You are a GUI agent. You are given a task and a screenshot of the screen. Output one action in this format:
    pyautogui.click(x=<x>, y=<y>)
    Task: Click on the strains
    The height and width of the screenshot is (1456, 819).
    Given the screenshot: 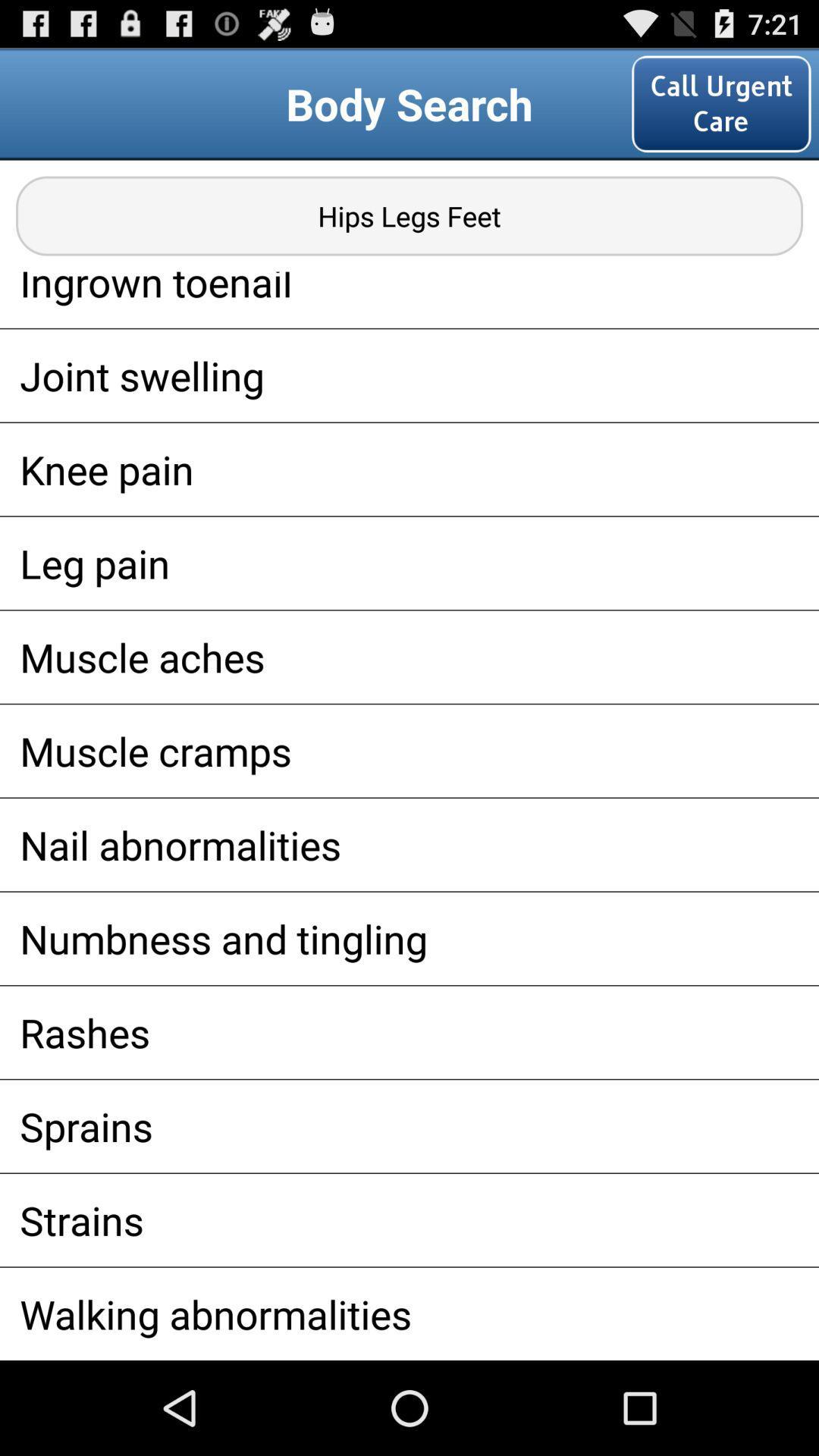 What is the action you would take?
    pyautogui.click(x=409, y=1220)
    